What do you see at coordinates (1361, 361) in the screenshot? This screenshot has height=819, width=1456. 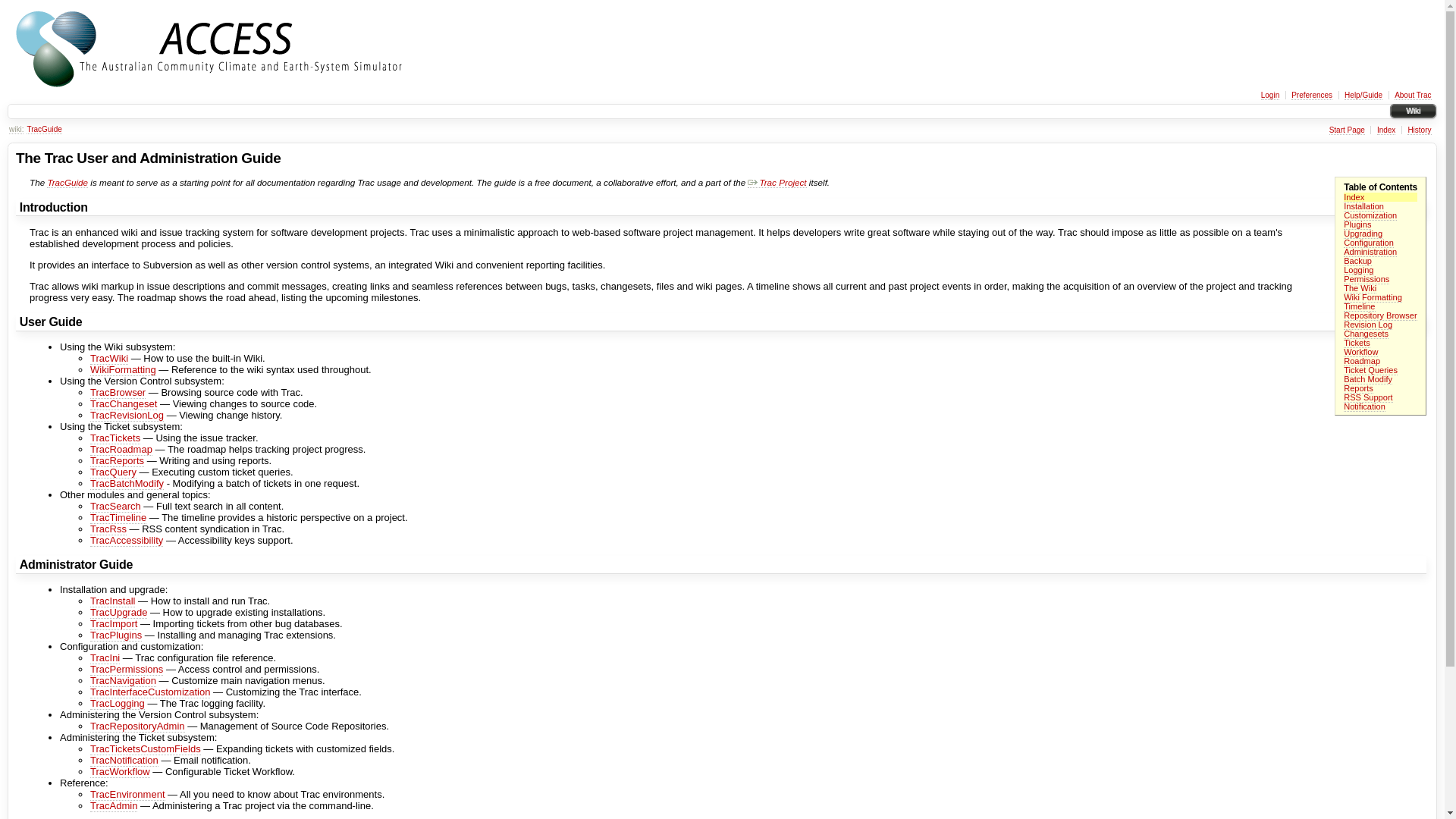 I see `'Roadmap'` at bounding box center [1361, 361].